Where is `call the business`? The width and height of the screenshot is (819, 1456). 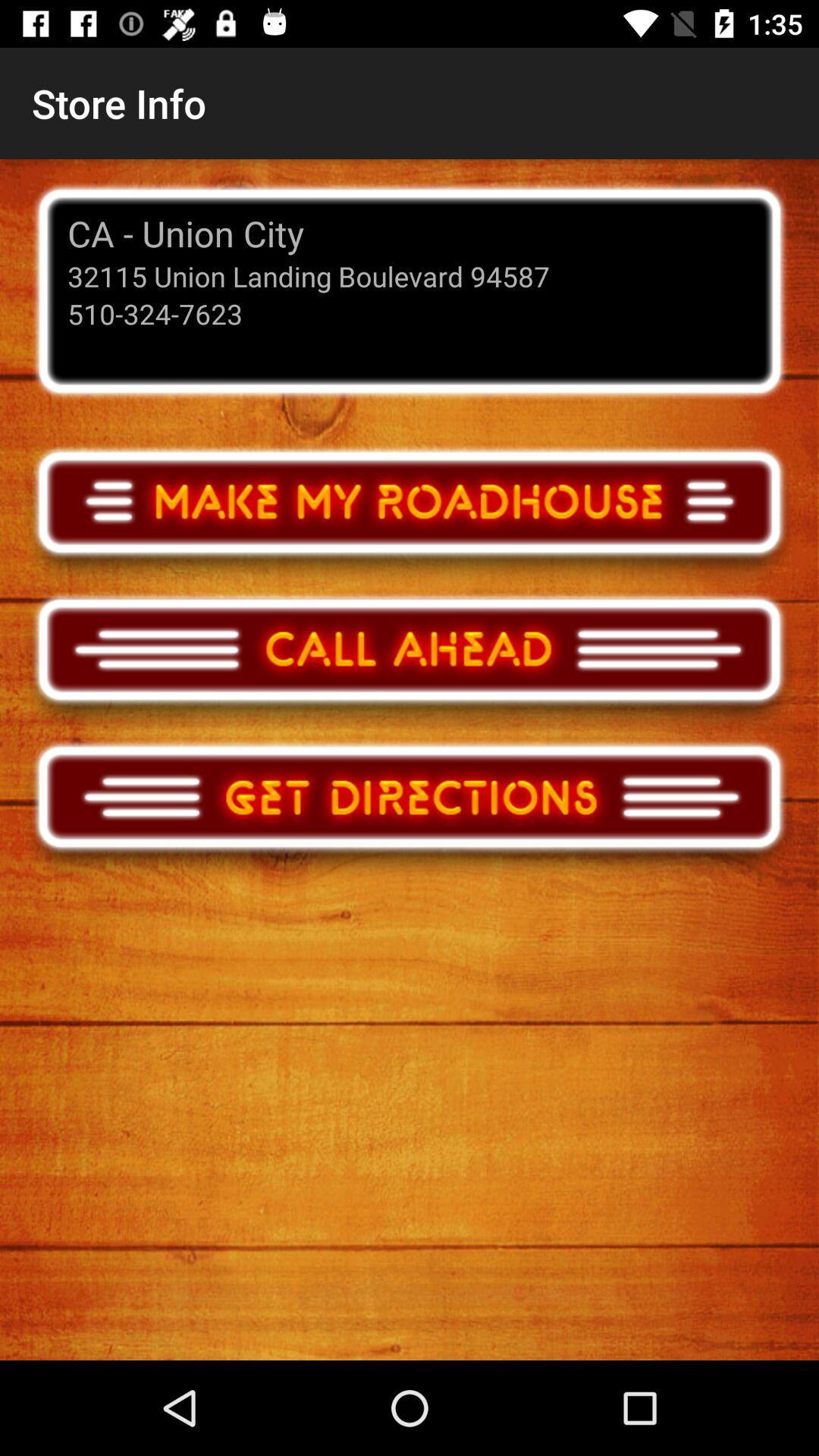 call the business is located at coordinates (409, 664).